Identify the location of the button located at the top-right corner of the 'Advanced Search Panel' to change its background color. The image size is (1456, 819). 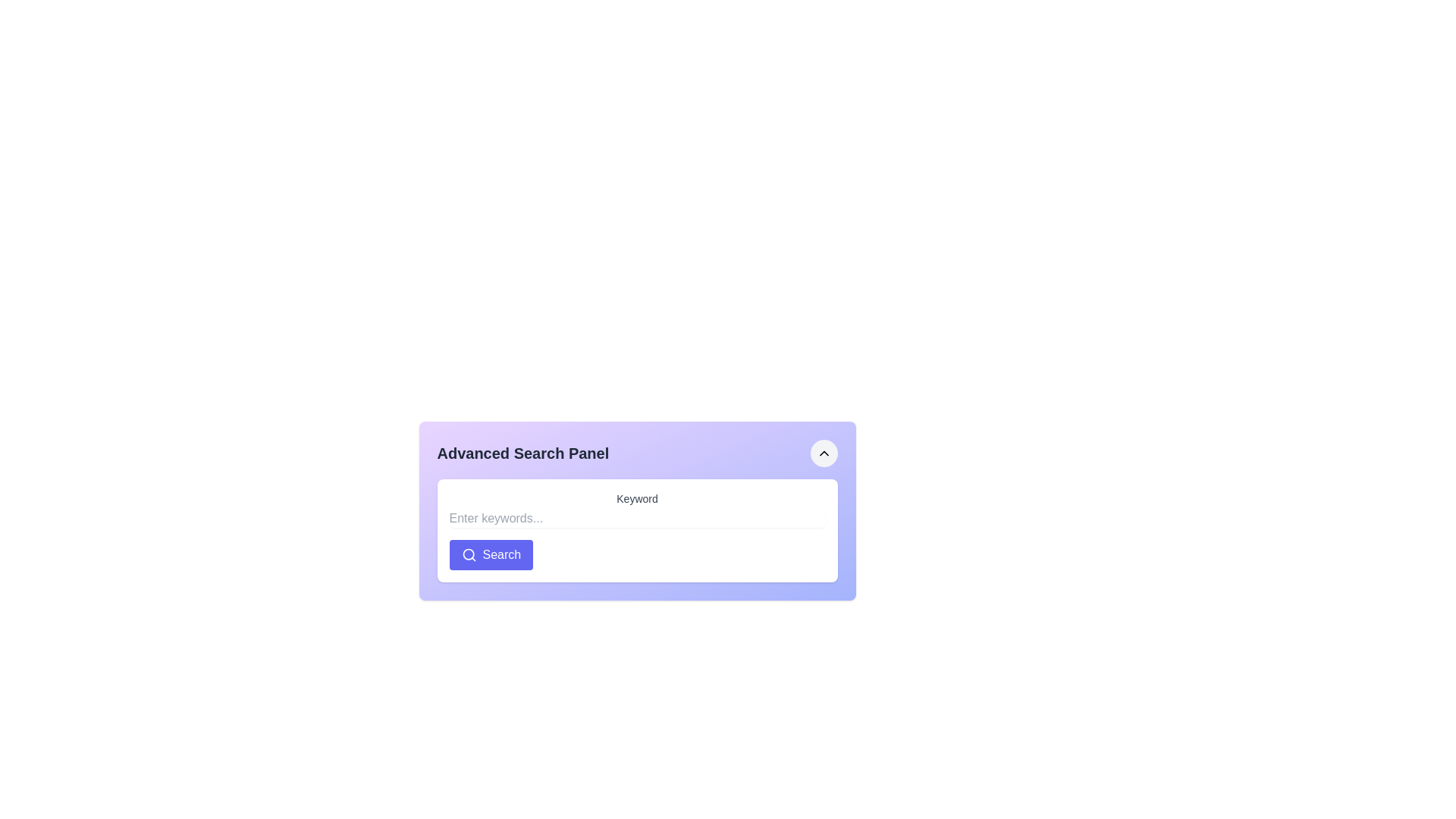
(823, 452).